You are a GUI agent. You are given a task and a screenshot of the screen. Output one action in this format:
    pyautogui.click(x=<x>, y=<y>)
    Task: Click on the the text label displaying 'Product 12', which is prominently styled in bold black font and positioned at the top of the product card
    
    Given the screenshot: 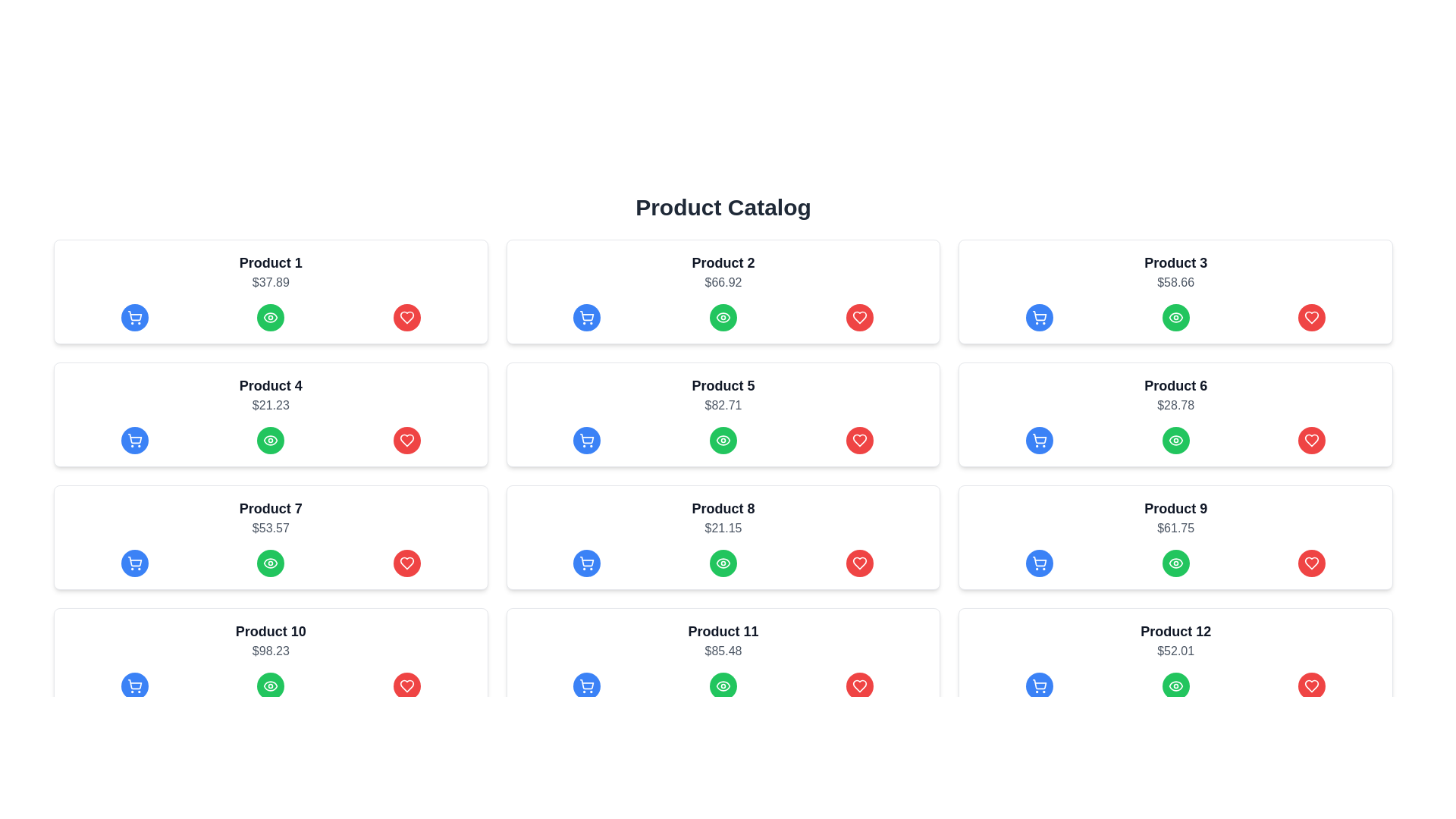 What is the action you would take?
    pyautogui.click(x=1175, y=632)
    